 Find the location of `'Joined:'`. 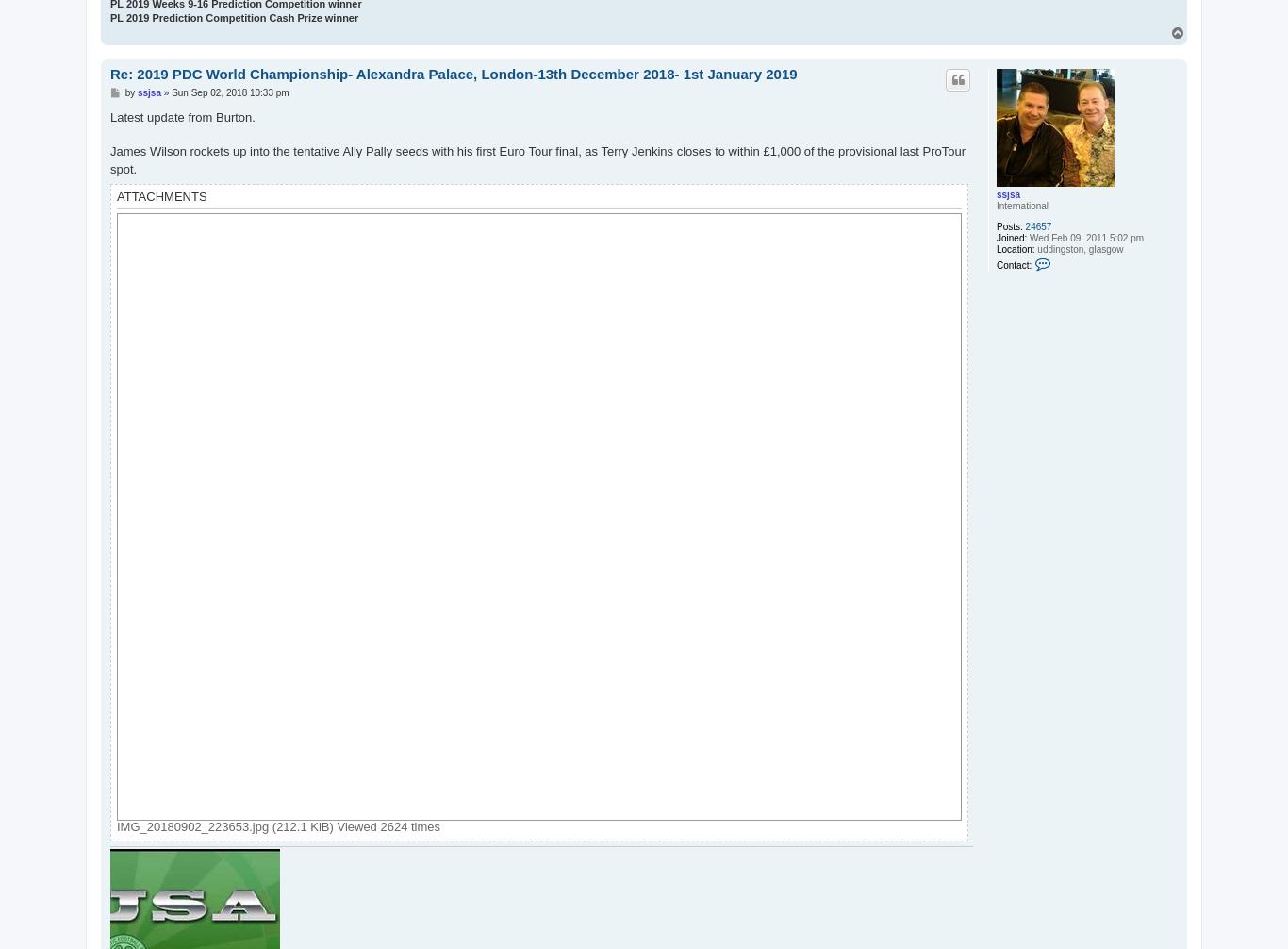

'Joined:' is located at coordinates (1010, 237).